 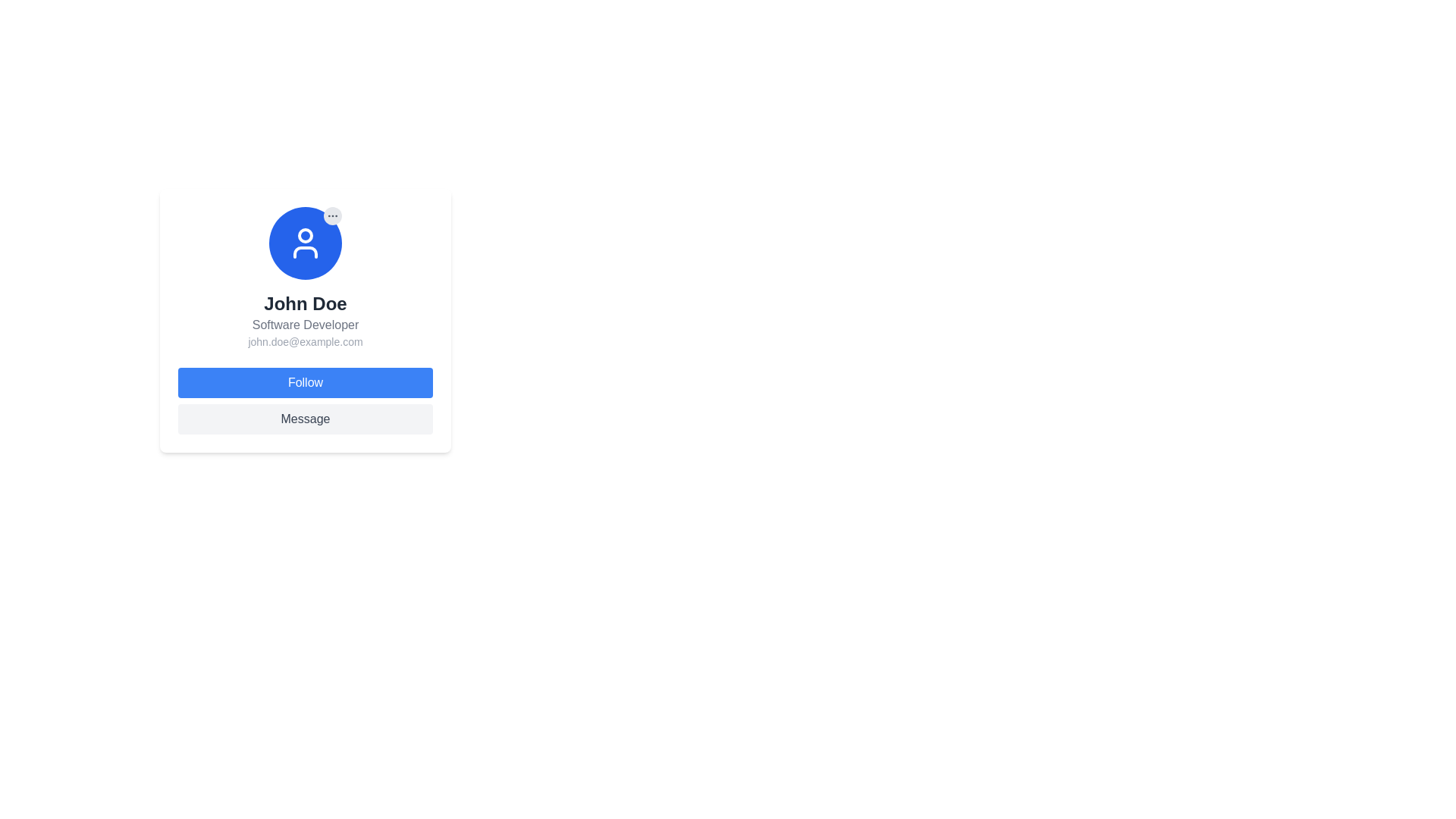 I want to click on the text label displaying 'Software Developer' which is located under 'John Doe' and above 'john.doe@example.com' in the user profile card, so click(x=305, y=324).